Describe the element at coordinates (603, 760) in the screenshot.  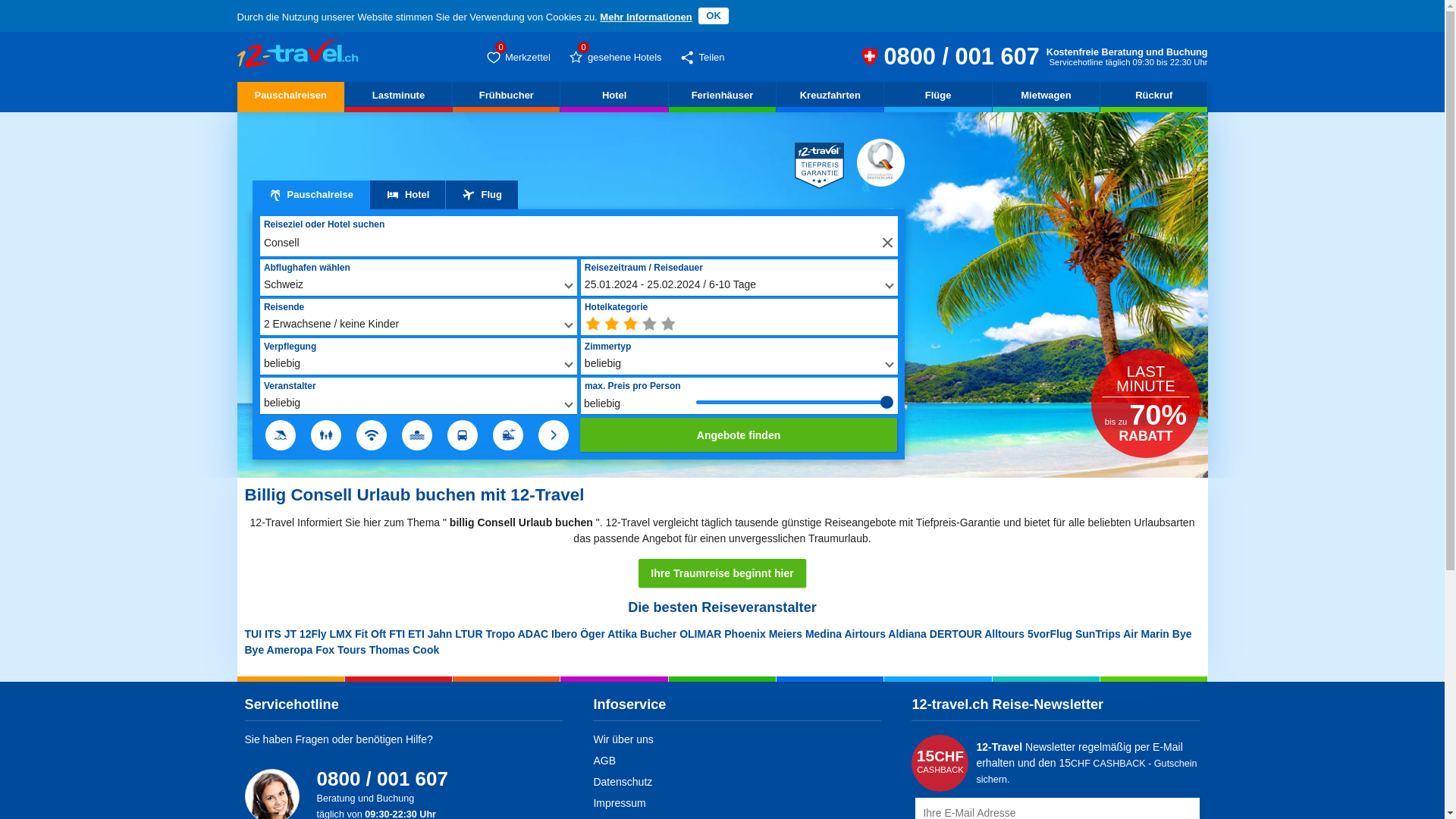
I see `'AGB'` at that location.